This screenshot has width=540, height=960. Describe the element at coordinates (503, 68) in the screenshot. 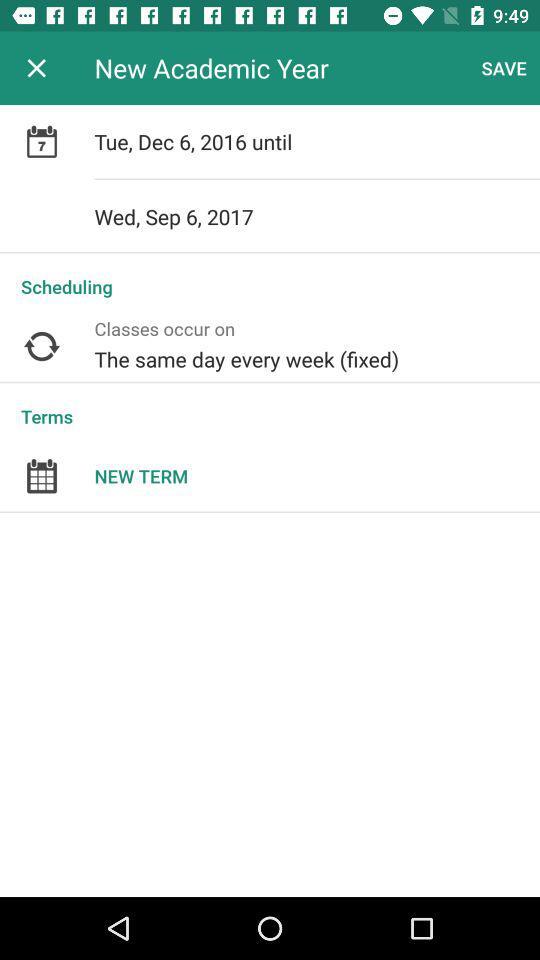

I see `the icon next to the new academic year` at that location.